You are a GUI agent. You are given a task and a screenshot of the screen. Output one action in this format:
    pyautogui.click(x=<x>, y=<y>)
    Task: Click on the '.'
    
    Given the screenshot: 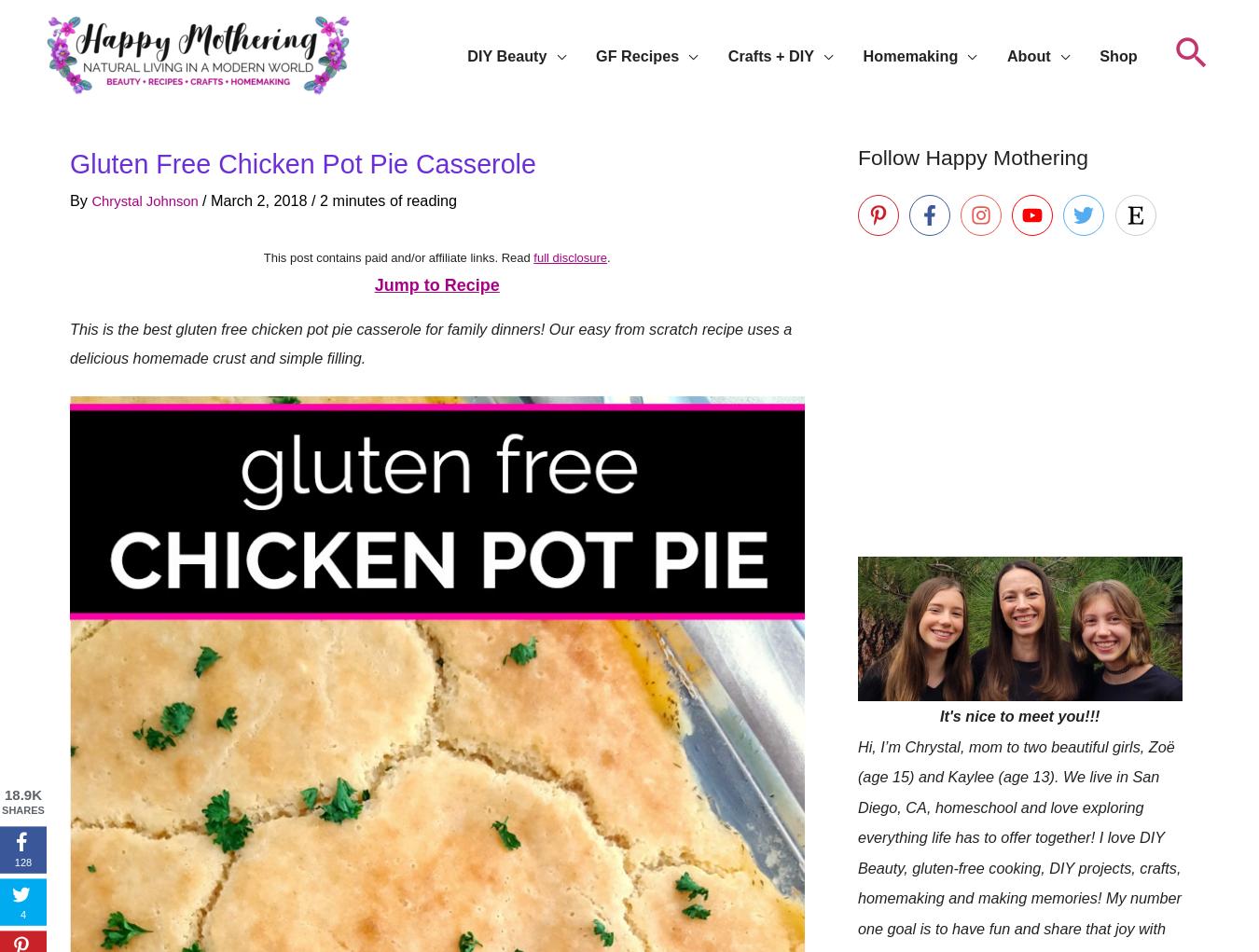 What is the action you would take?
    pyautogui.click(x=608, y=255)
    